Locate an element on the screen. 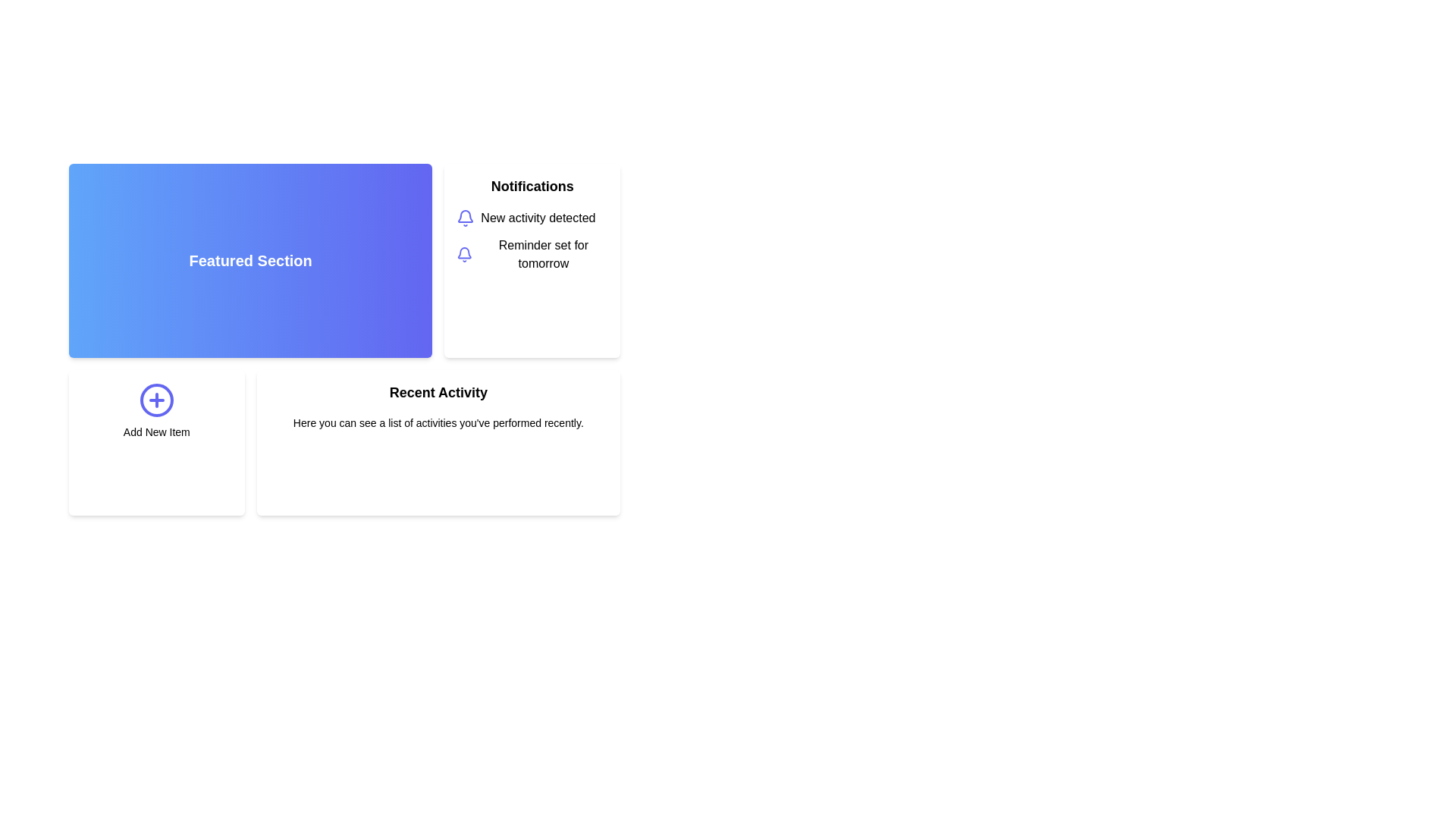 The height and width of the screenshot is (819, 1456). the Notification card, which is the second card in the grid layout, styled with a white background and a bold 'Notifications' title, to read extended content is located at coordinates (532, 259).